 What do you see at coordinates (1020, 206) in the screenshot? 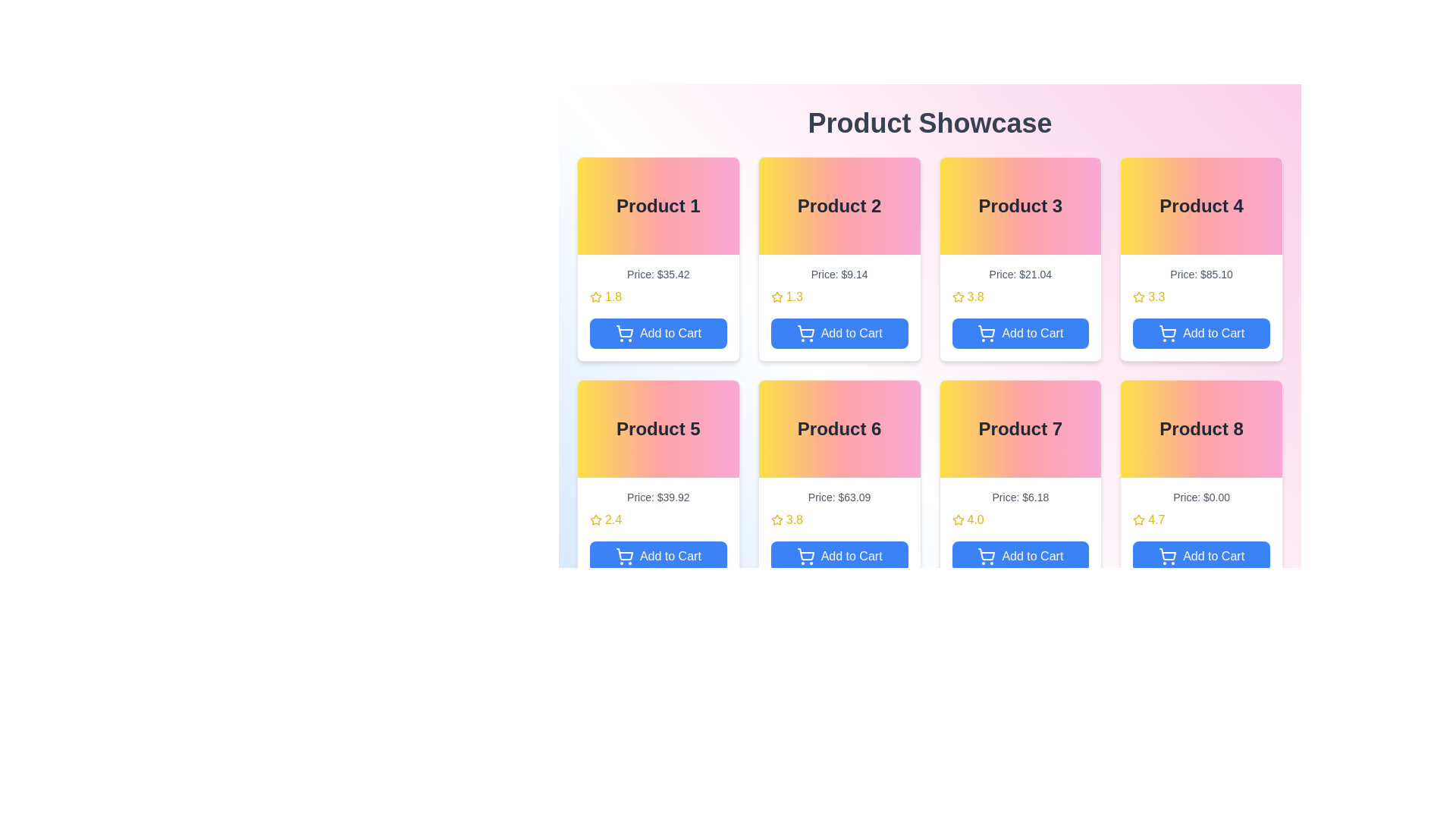
I see `the text label displaying 'Product 3' in bold gray font, centrally aligned in the first row of a grid layout with a gradient background` at bounding box center [1020, 206].